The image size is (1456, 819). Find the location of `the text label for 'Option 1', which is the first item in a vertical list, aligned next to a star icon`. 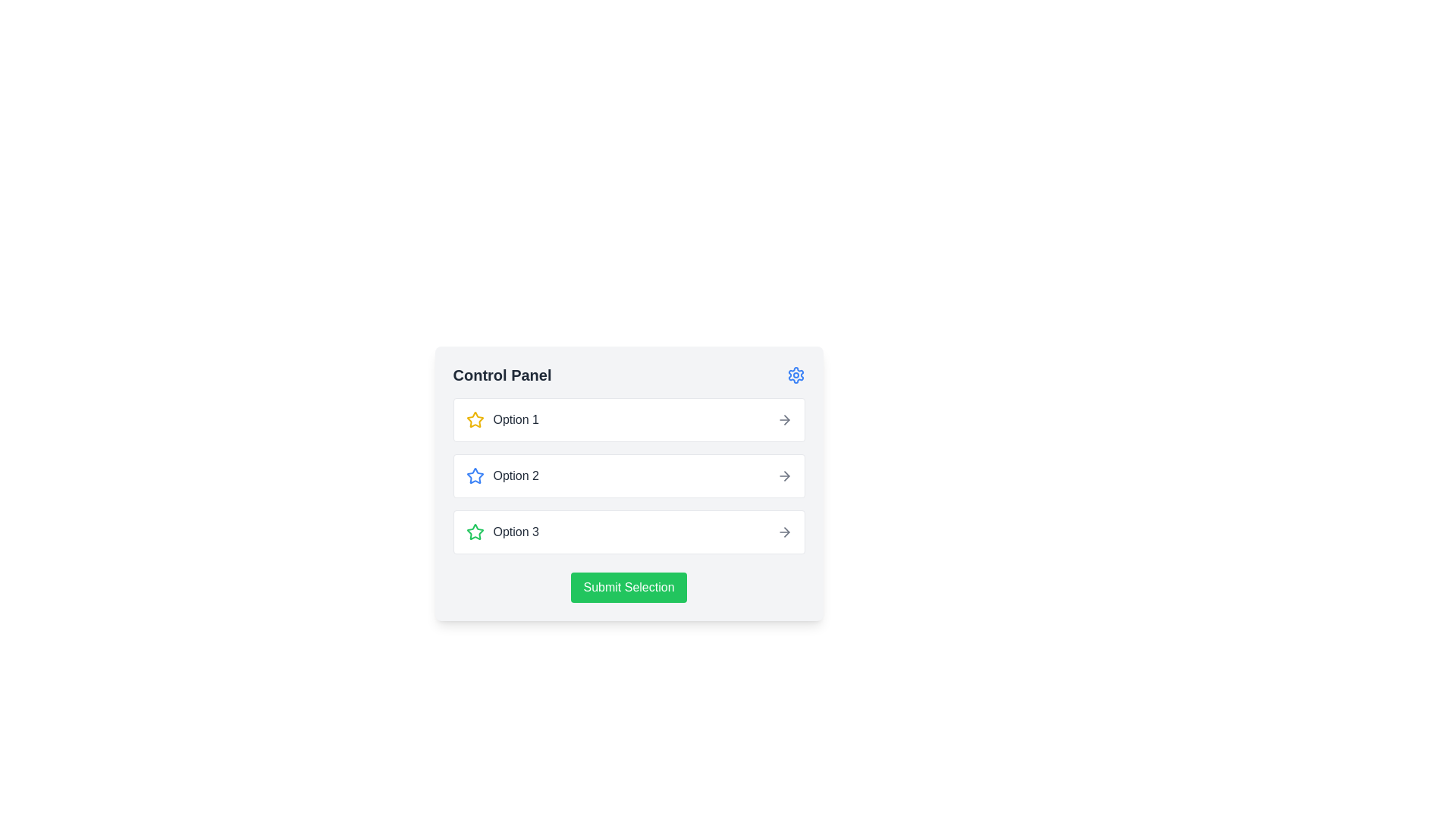

the text label for 'Option 1', which is the first item in a vertical list, aligned next to a star icon is located at coordinates (502, 420).